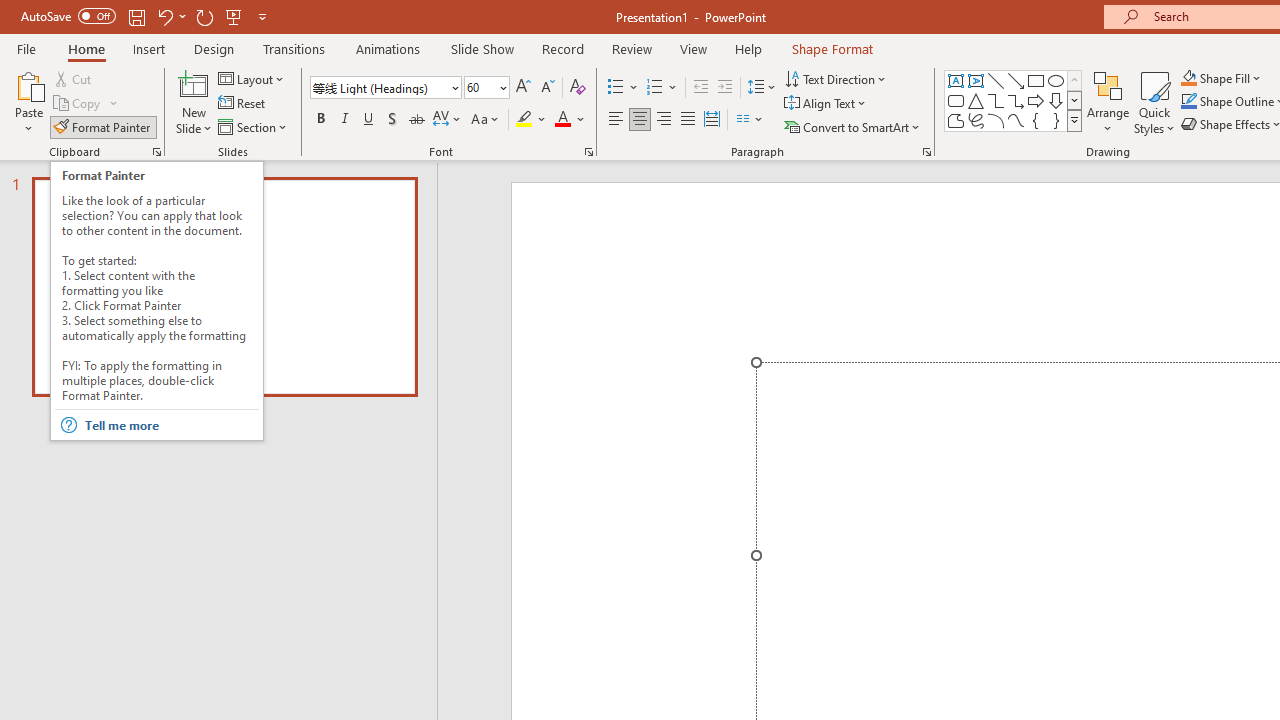 This screenshot has height=720, width=1280. I want to click on 'Text Box', so click(955, 80).